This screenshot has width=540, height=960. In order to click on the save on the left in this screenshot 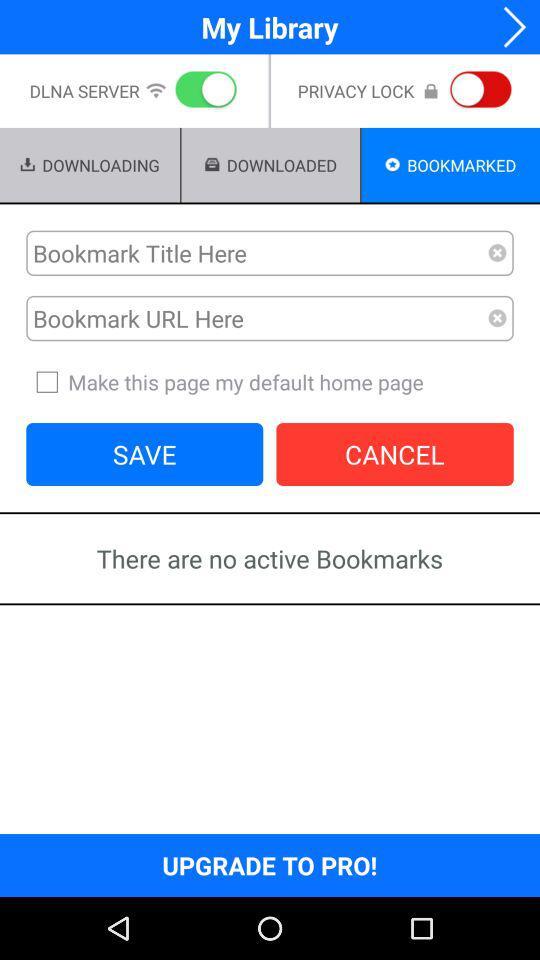, I will do `click(143, 454)`.